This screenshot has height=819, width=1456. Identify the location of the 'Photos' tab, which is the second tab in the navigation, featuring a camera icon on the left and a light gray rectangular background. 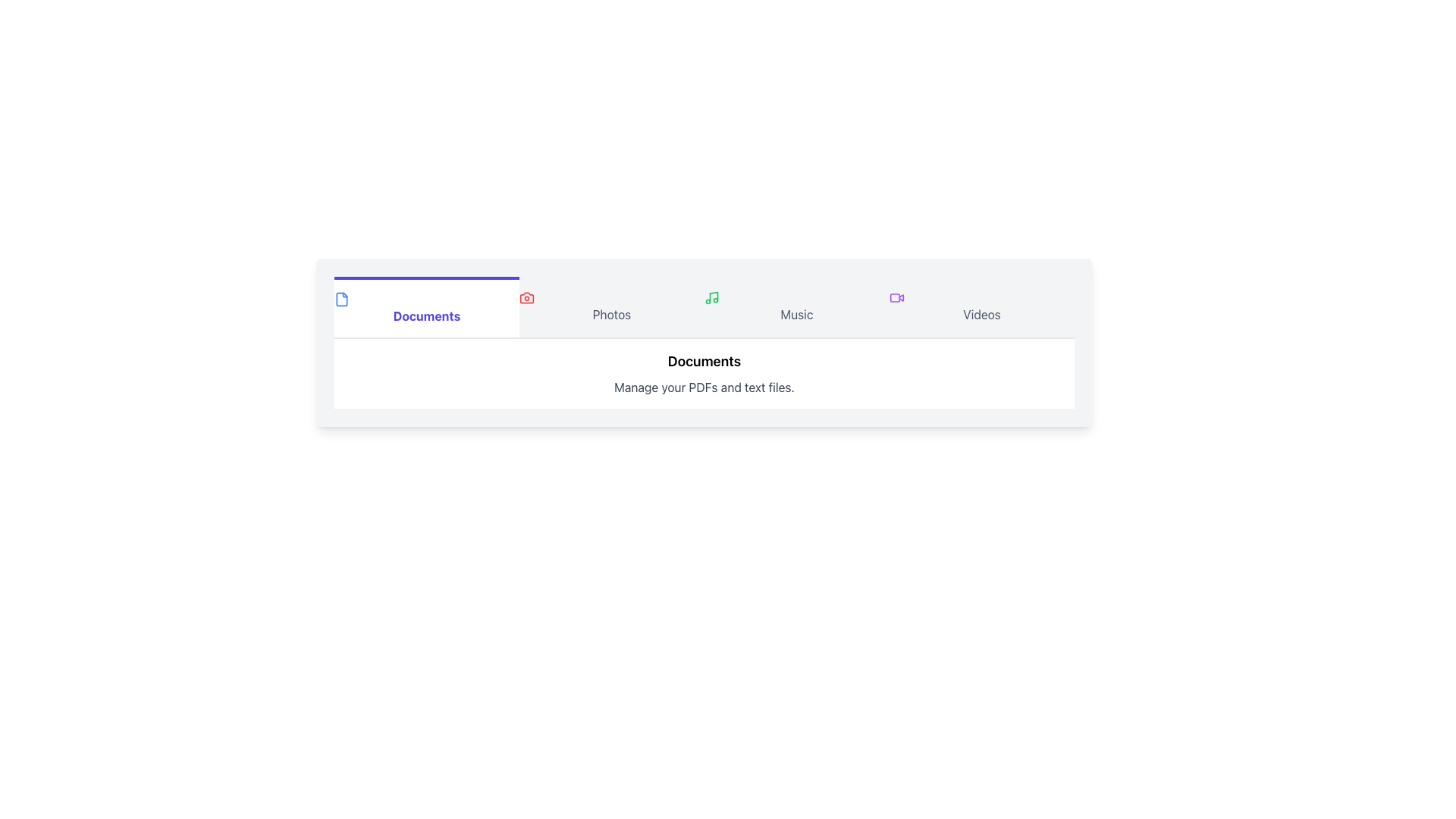
(611, 307).